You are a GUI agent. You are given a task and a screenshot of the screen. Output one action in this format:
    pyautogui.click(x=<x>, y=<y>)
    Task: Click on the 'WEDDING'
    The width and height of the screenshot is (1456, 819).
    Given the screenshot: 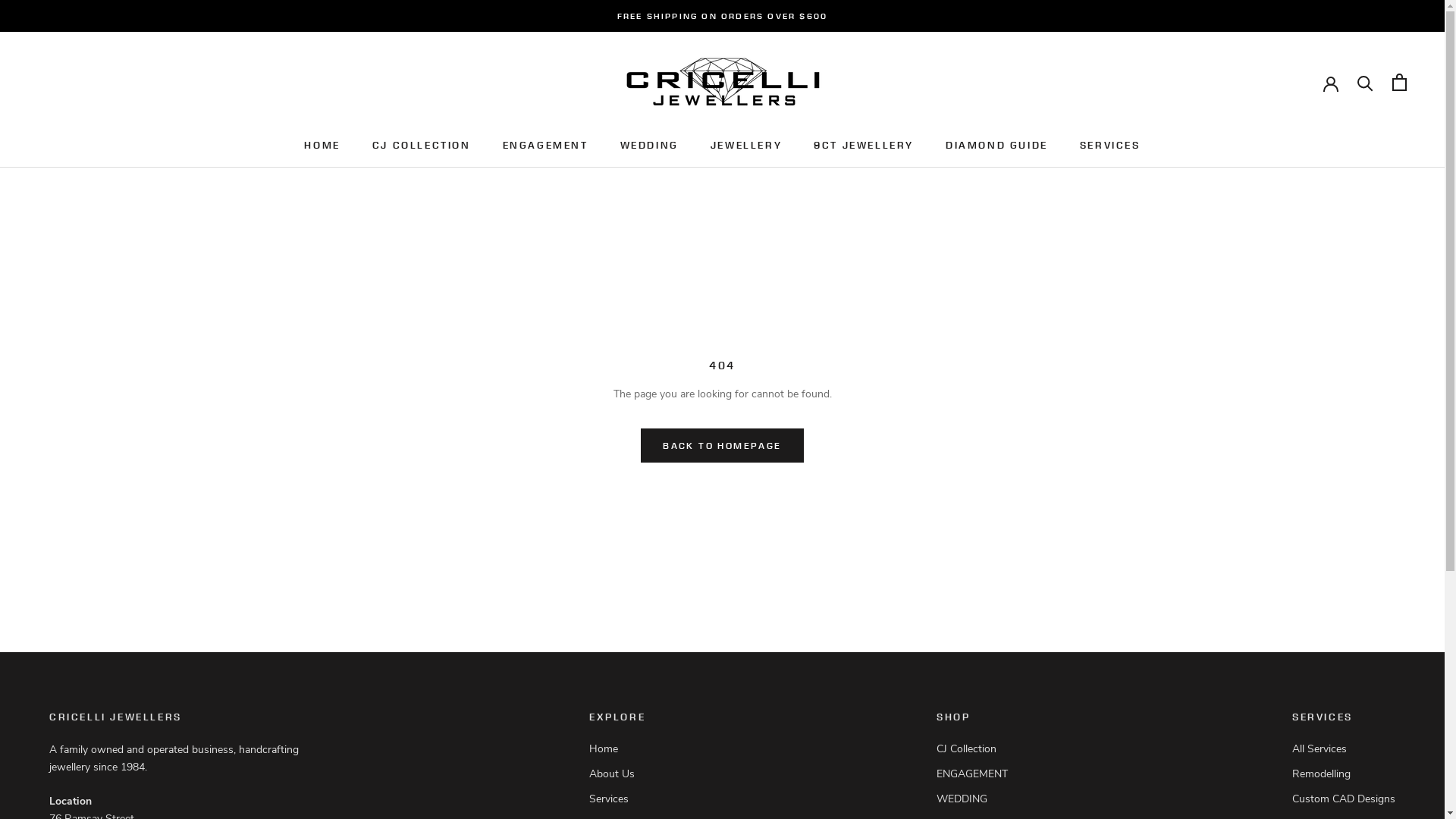 What is the action you would take?
    pyautogui.click(x=649, y=145)
    